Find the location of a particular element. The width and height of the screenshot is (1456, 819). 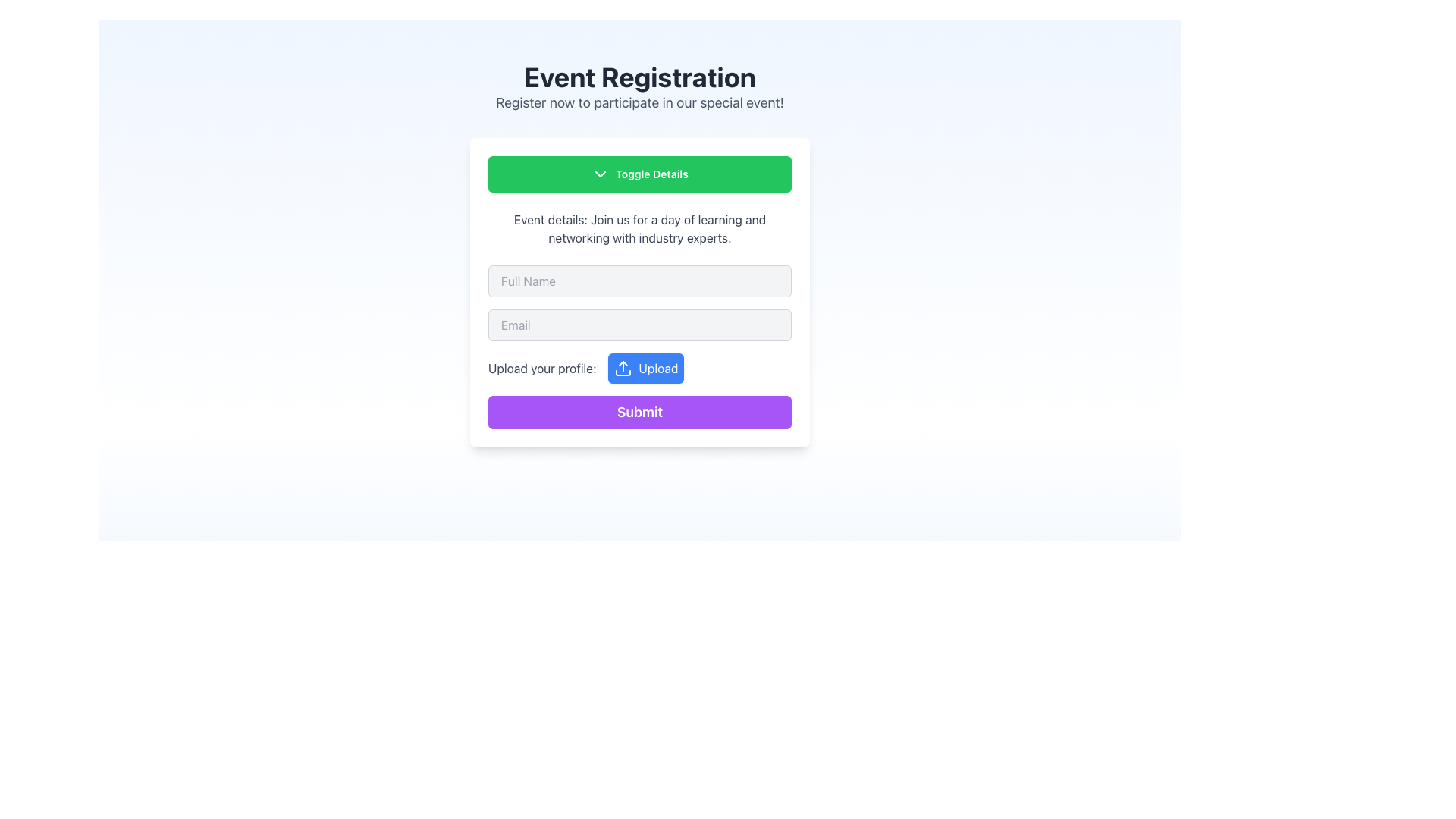

the text display element that reads 'Event details: Join us for a day of learning and networking with industry experts.' which is styled in gray color and positioned below the 'Toggle Details' button is located at coordinates (640, 228).